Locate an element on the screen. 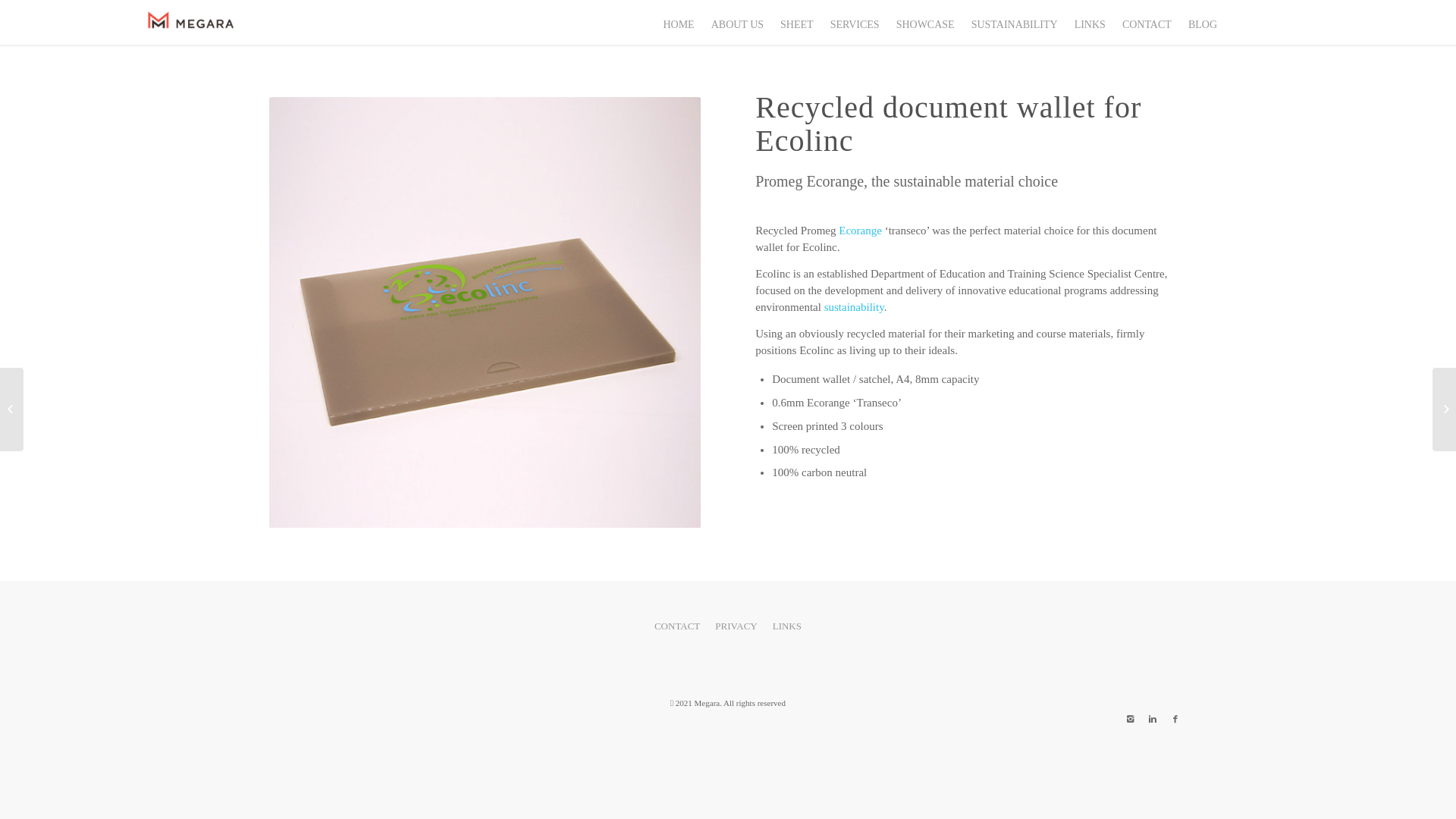 This screenshot has width=1456, height=819. 'SHEET' is located at coordinates (795, 22).